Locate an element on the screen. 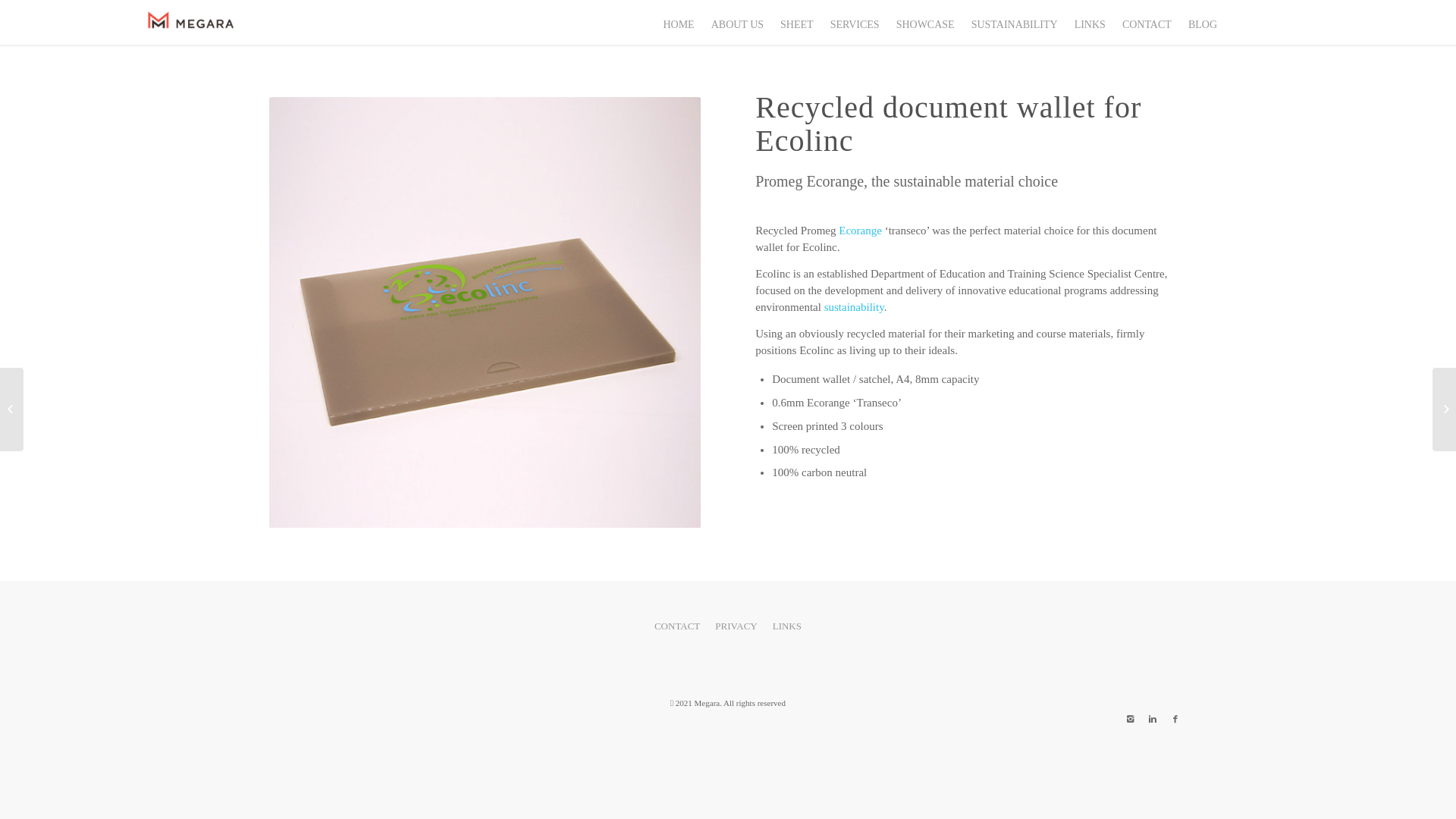 This screenshot has width=1456, height=819. 'SHEET' is located at coordinates (795, 22).